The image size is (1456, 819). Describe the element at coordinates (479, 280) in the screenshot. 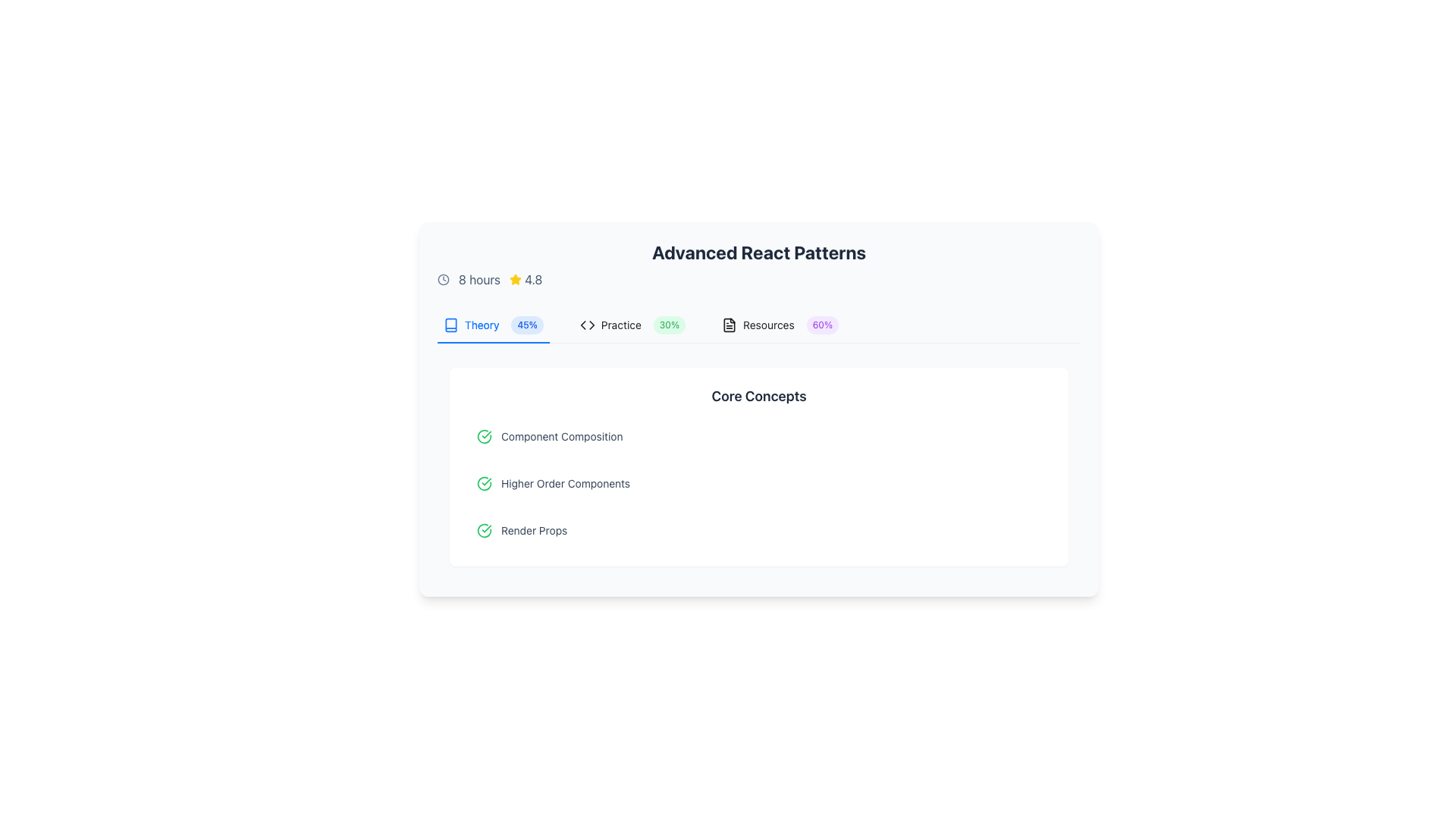

I see `the text label displaying '8 hours' in slate-gray color, which is positioned between a clock icon on the left and a numerical score '4.8' on the right` at that location.